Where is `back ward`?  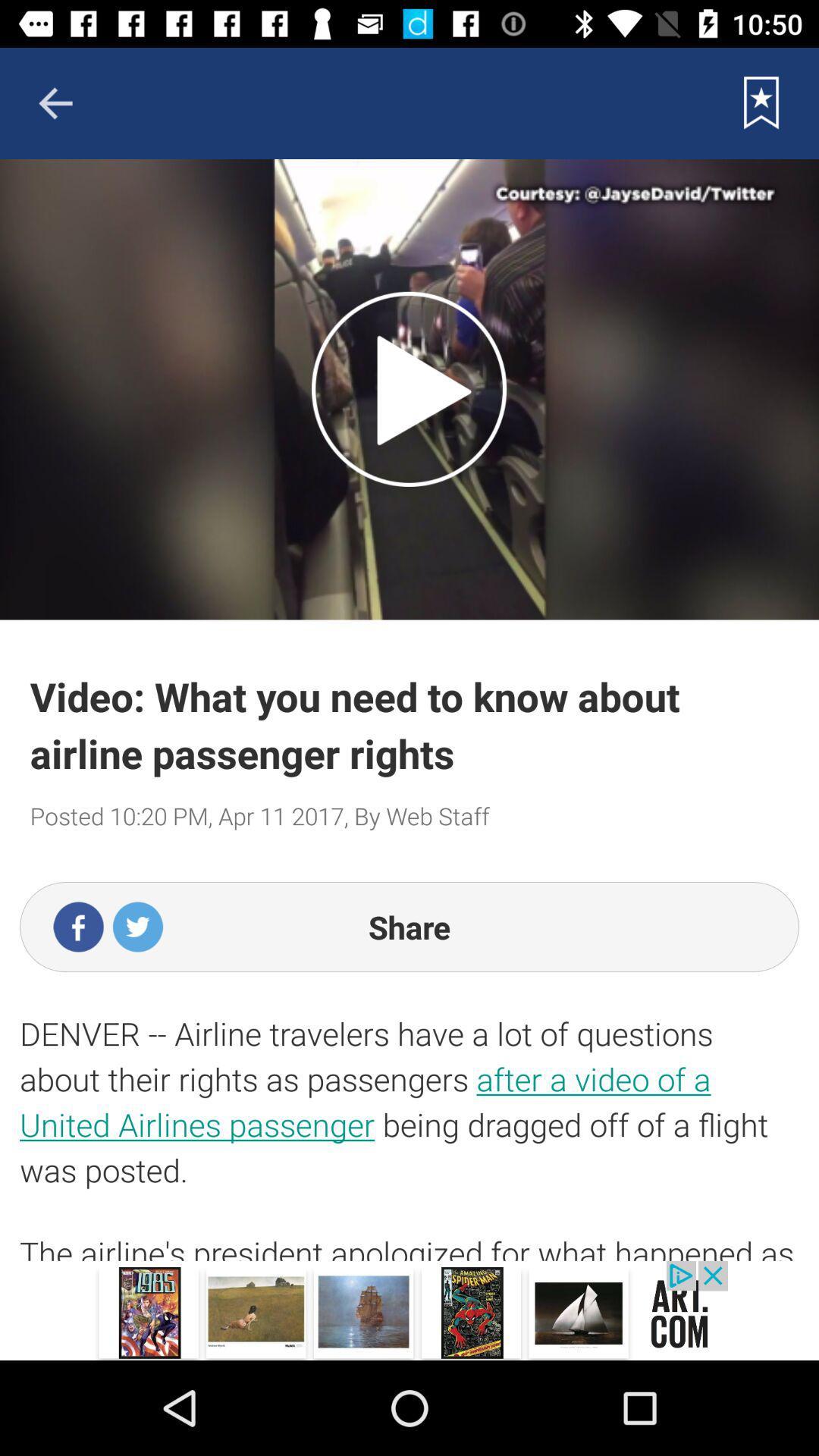
back ward is located at coordinates (55, 102).